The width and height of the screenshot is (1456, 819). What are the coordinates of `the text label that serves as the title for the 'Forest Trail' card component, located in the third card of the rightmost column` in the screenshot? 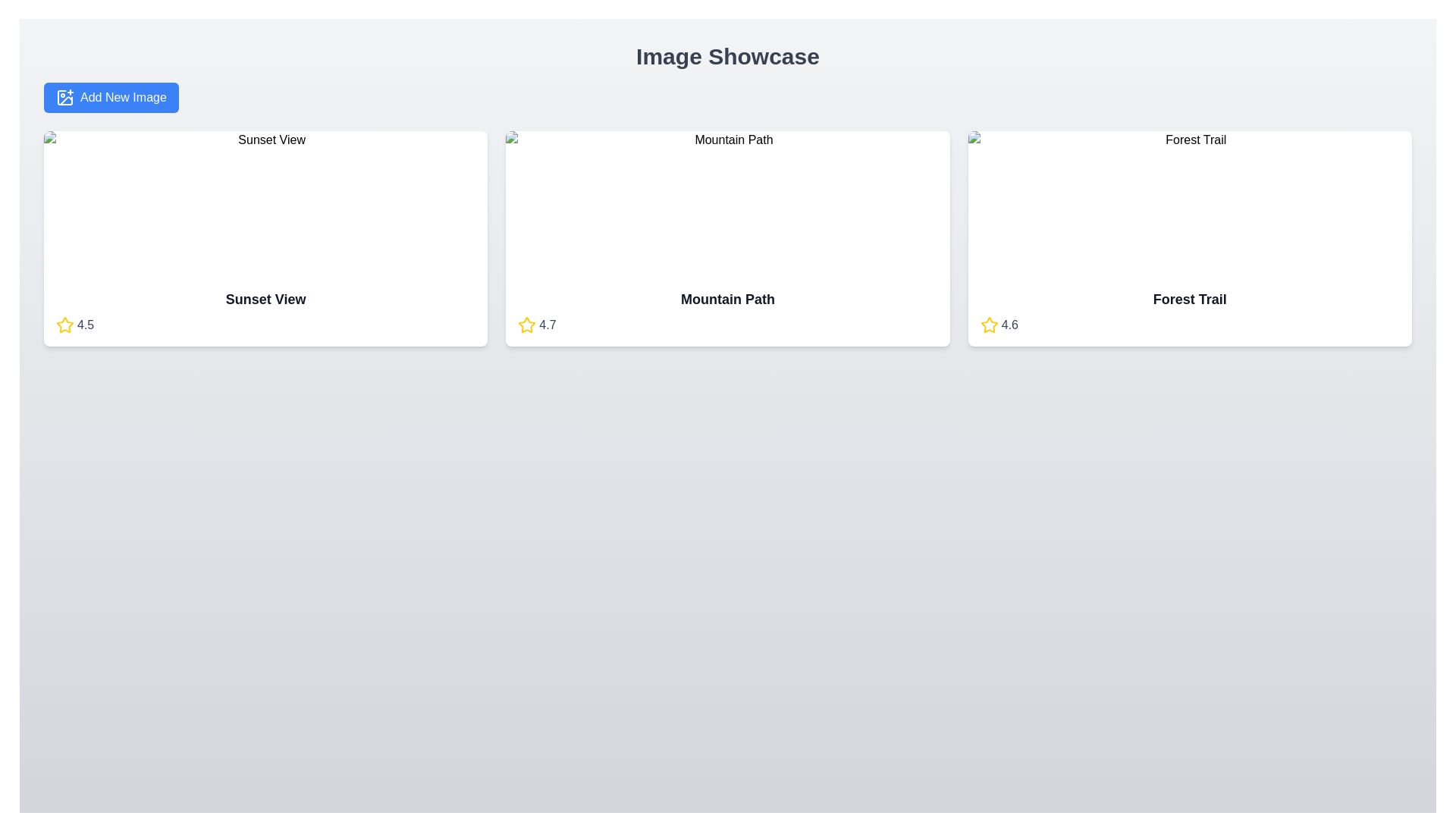 It's located at (1189, 299).